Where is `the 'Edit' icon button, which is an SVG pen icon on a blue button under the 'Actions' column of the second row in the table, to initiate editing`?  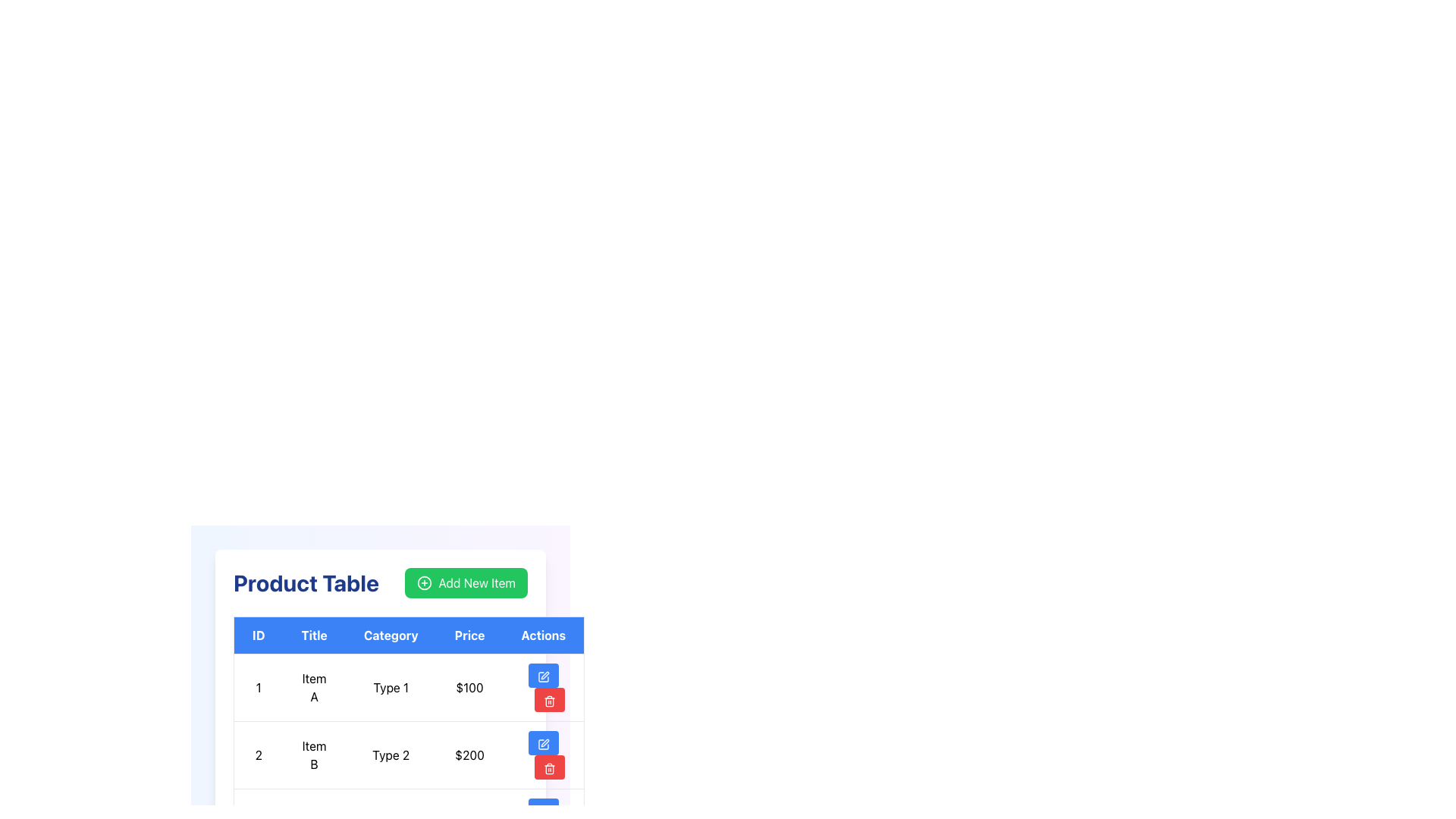
the 'Edit' icon button, which is an SVG pen icon on a blue button under the 'Actions' column of the second row in the table, to initiate editing is located at coordinates (543, 811).